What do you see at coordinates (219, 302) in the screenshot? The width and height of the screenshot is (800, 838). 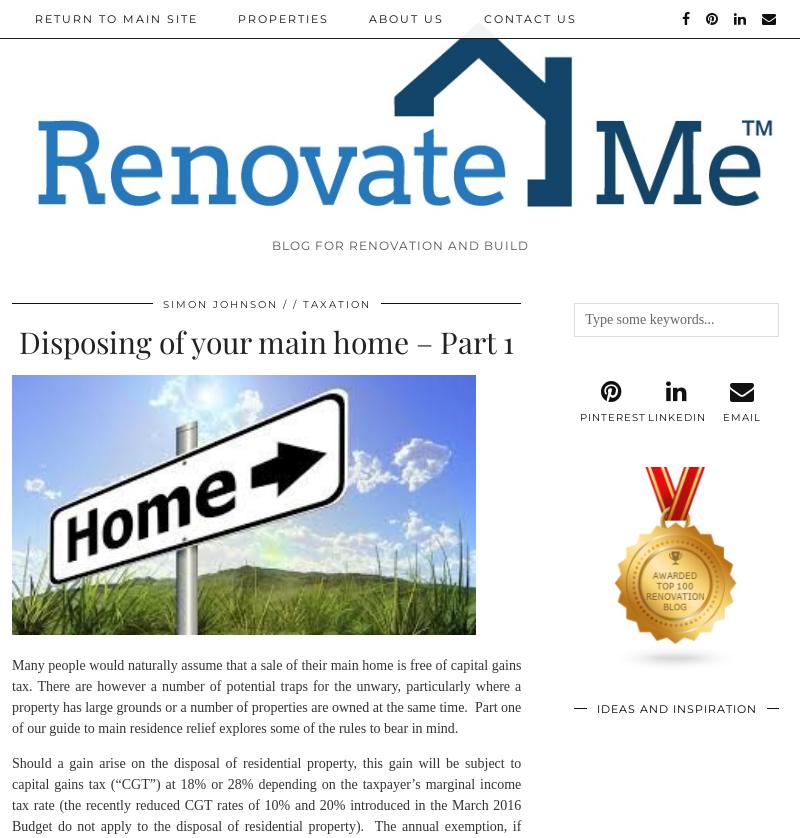 I see `'Simon Johnson'` at bounding box center [219, 302].